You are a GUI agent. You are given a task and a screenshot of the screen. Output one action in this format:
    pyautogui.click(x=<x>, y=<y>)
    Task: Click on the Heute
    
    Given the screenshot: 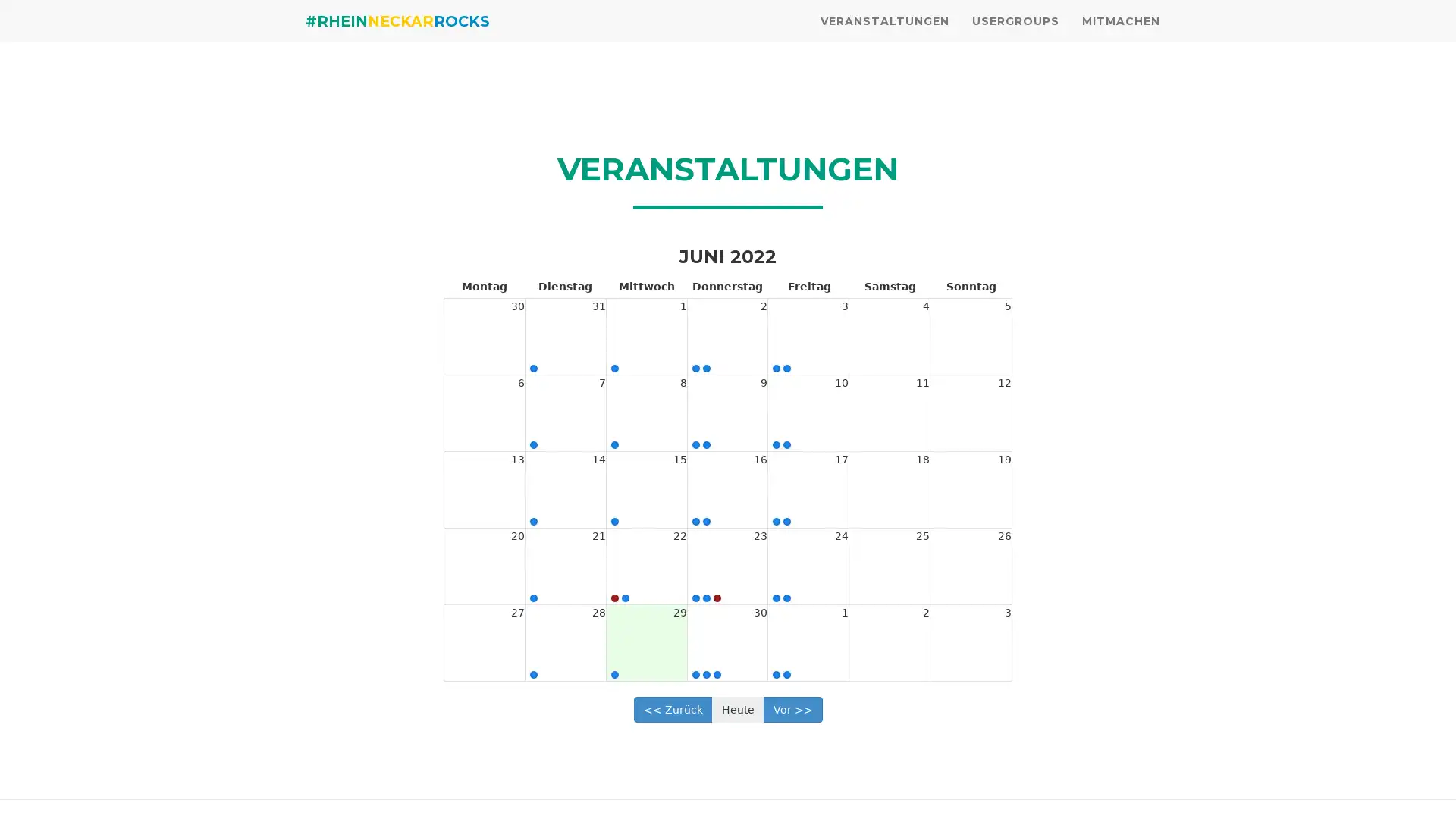 What is the action you would take?
    pyautogui.click(x=737, y=708)
    